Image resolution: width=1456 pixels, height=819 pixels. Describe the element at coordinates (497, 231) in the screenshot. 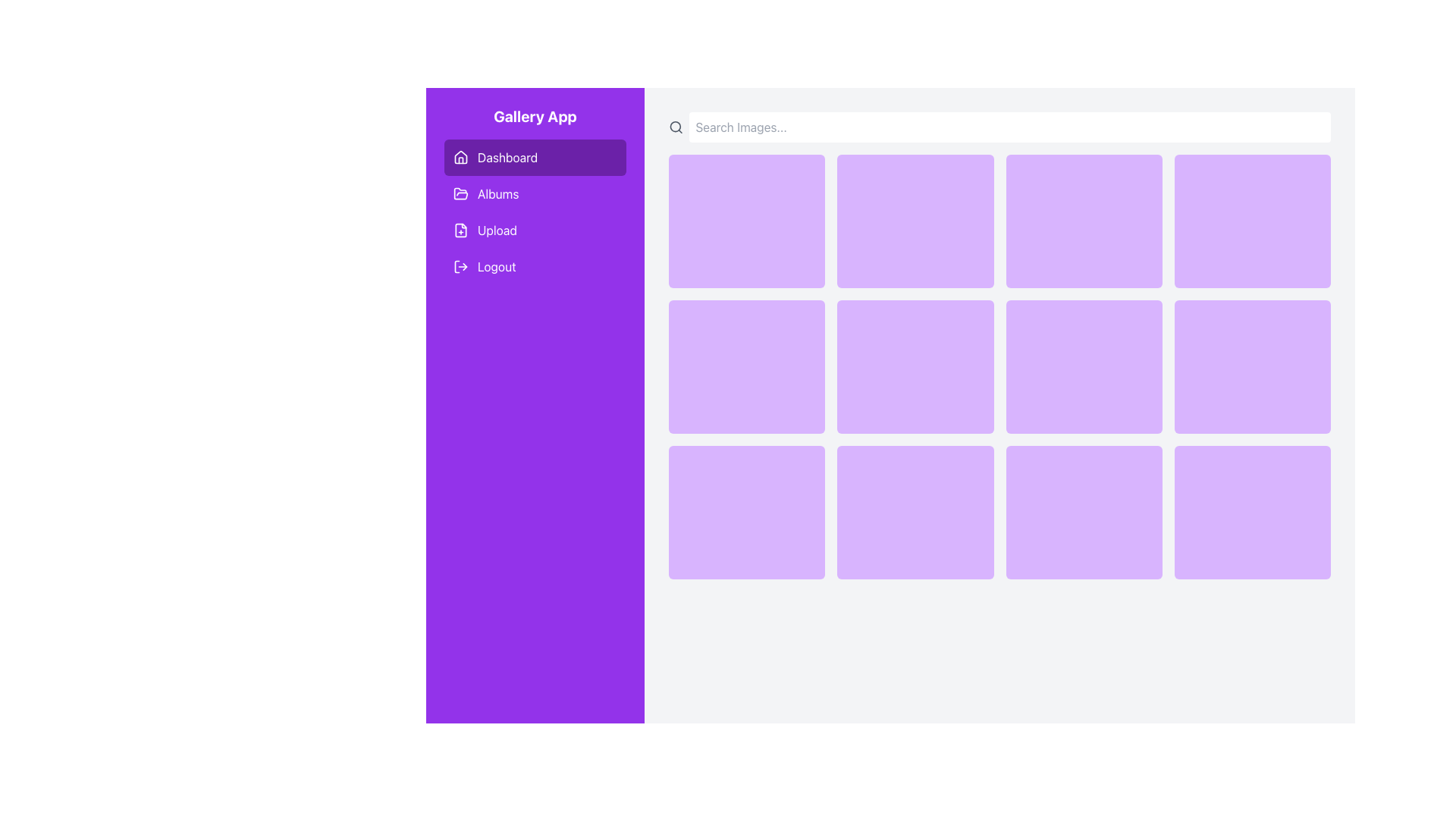

I see `the 'Upload' text label in the sidebar menu to possibly view a tooltip` at that location.